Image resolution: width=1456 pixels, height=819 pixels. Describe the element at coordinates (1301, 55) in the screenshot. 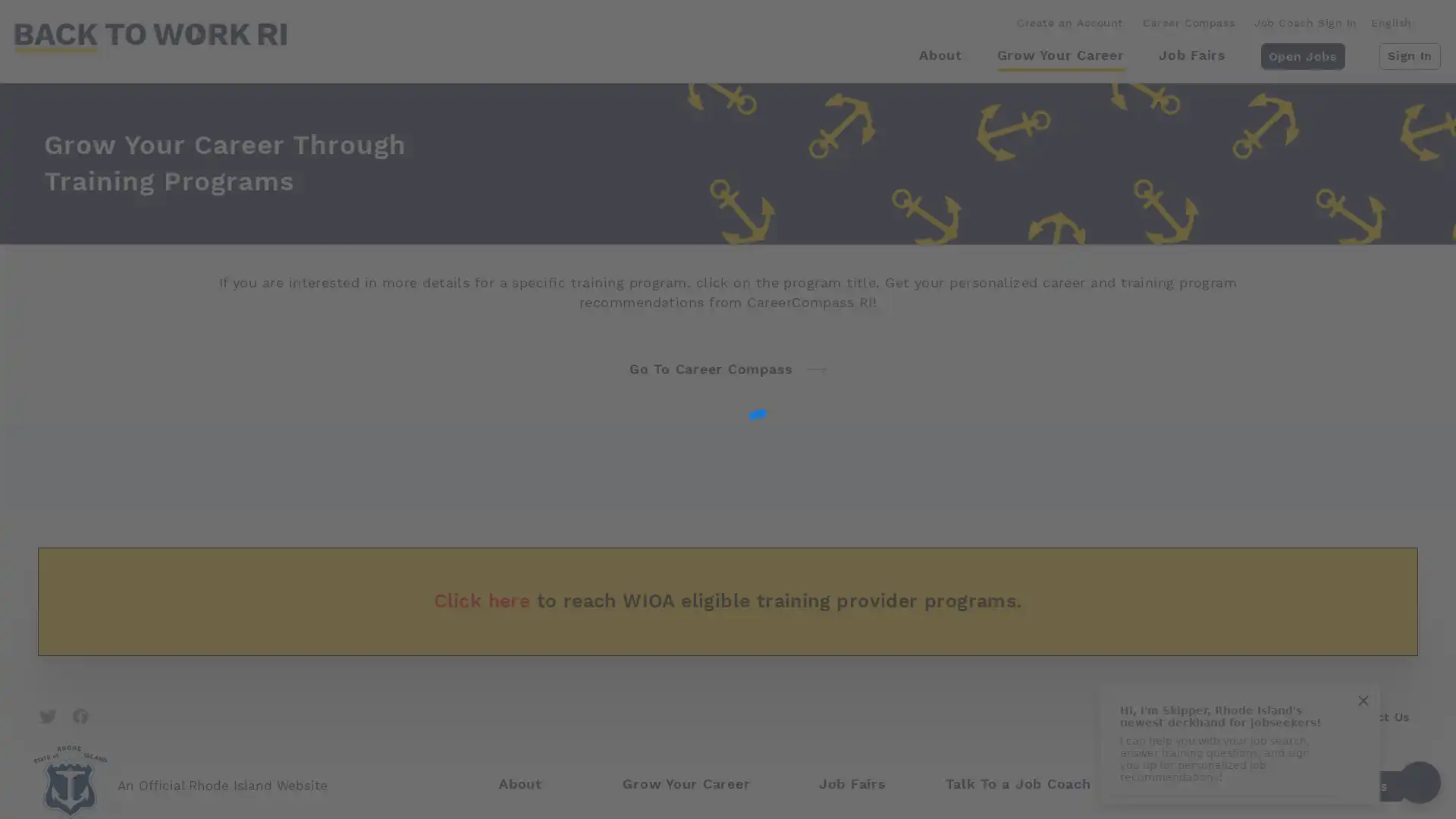

I see `Open Jobs` at that location.